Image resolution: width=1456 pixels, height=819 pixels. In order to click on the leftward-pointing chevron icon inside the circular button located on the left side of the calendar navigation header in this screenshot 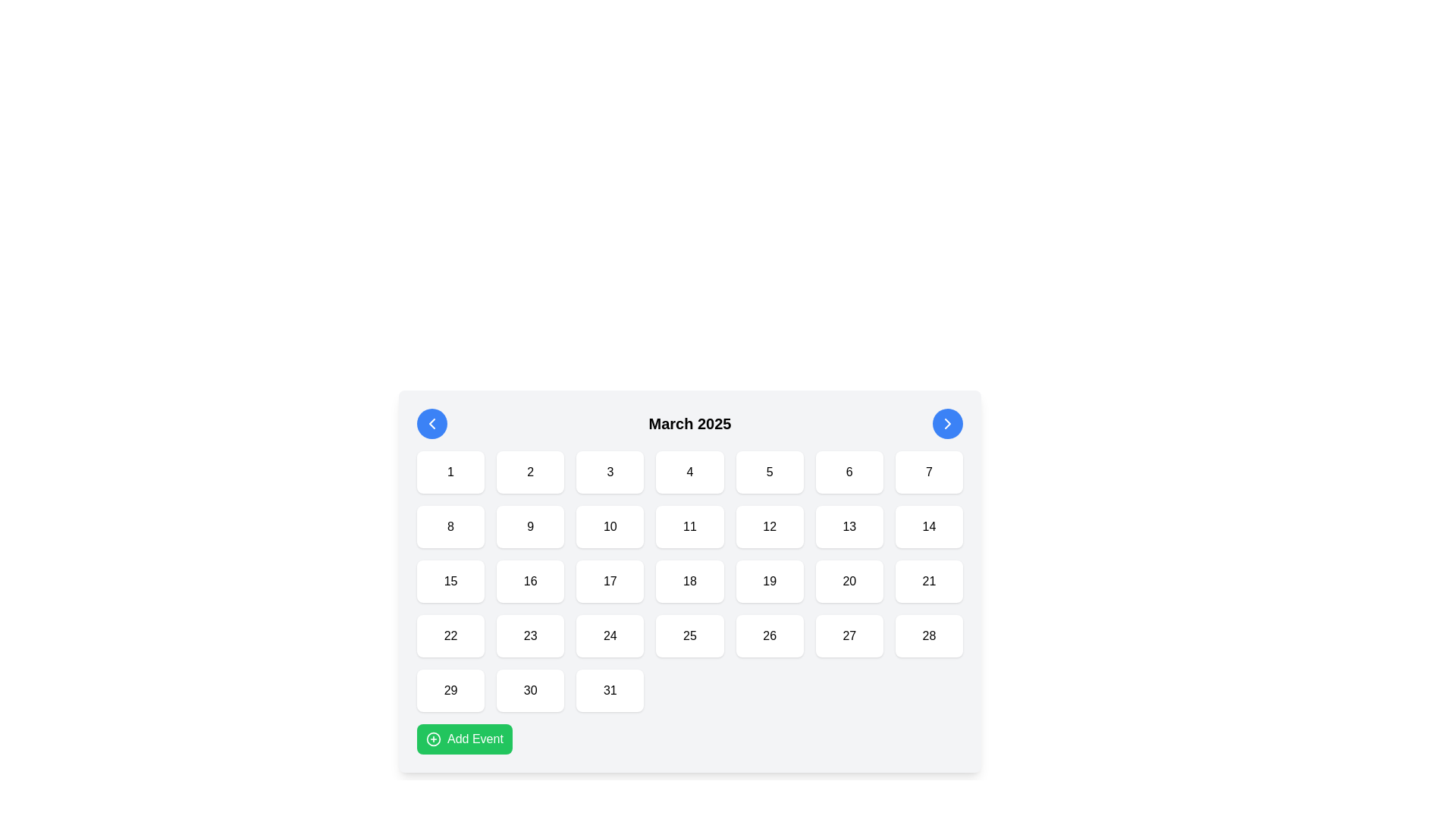, I will do `click(431, 424)`.